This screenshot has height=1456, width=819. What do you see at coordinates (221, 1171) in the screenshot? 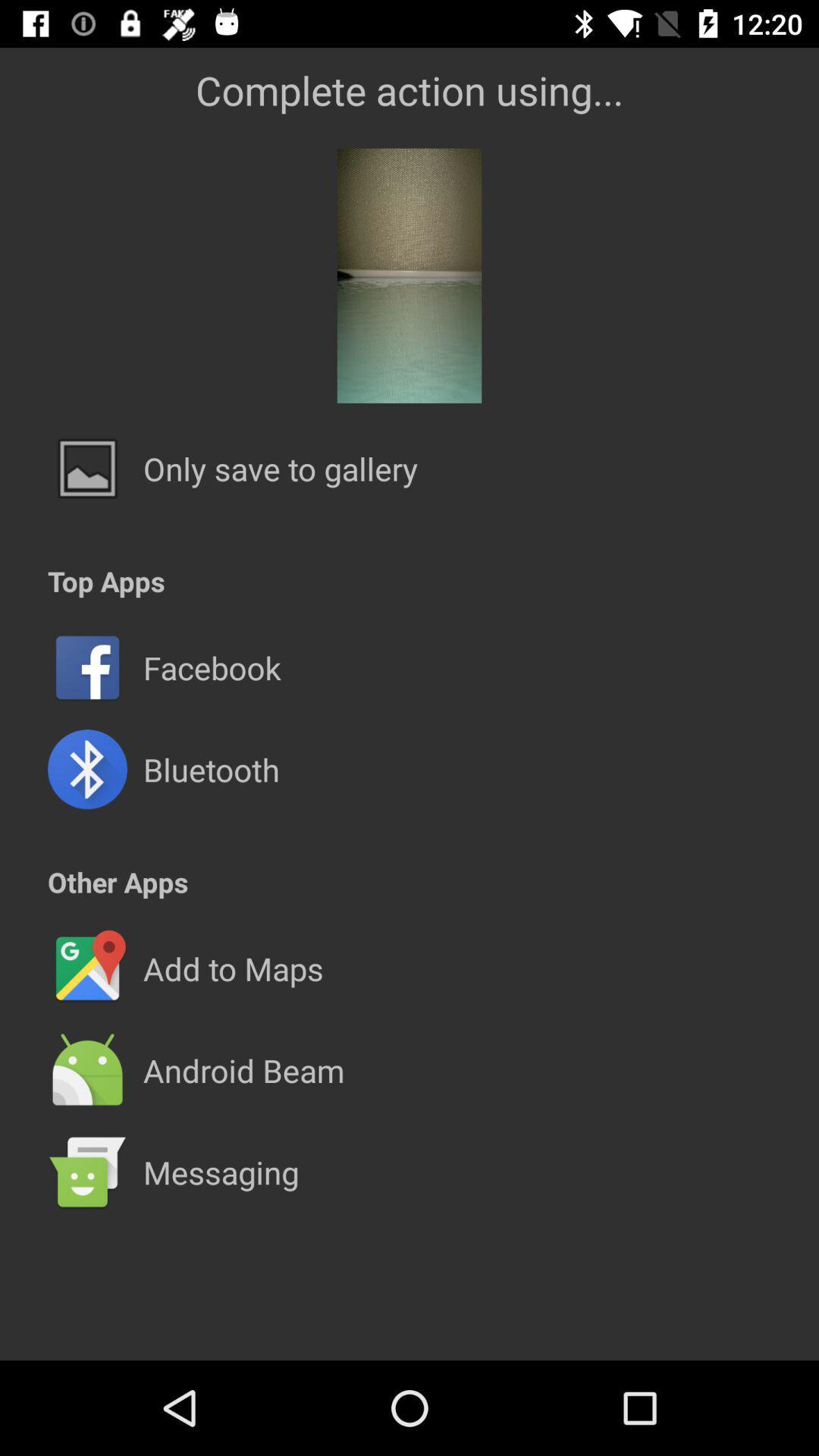
I see `messaging icon` at bounding box center [221, 1171].